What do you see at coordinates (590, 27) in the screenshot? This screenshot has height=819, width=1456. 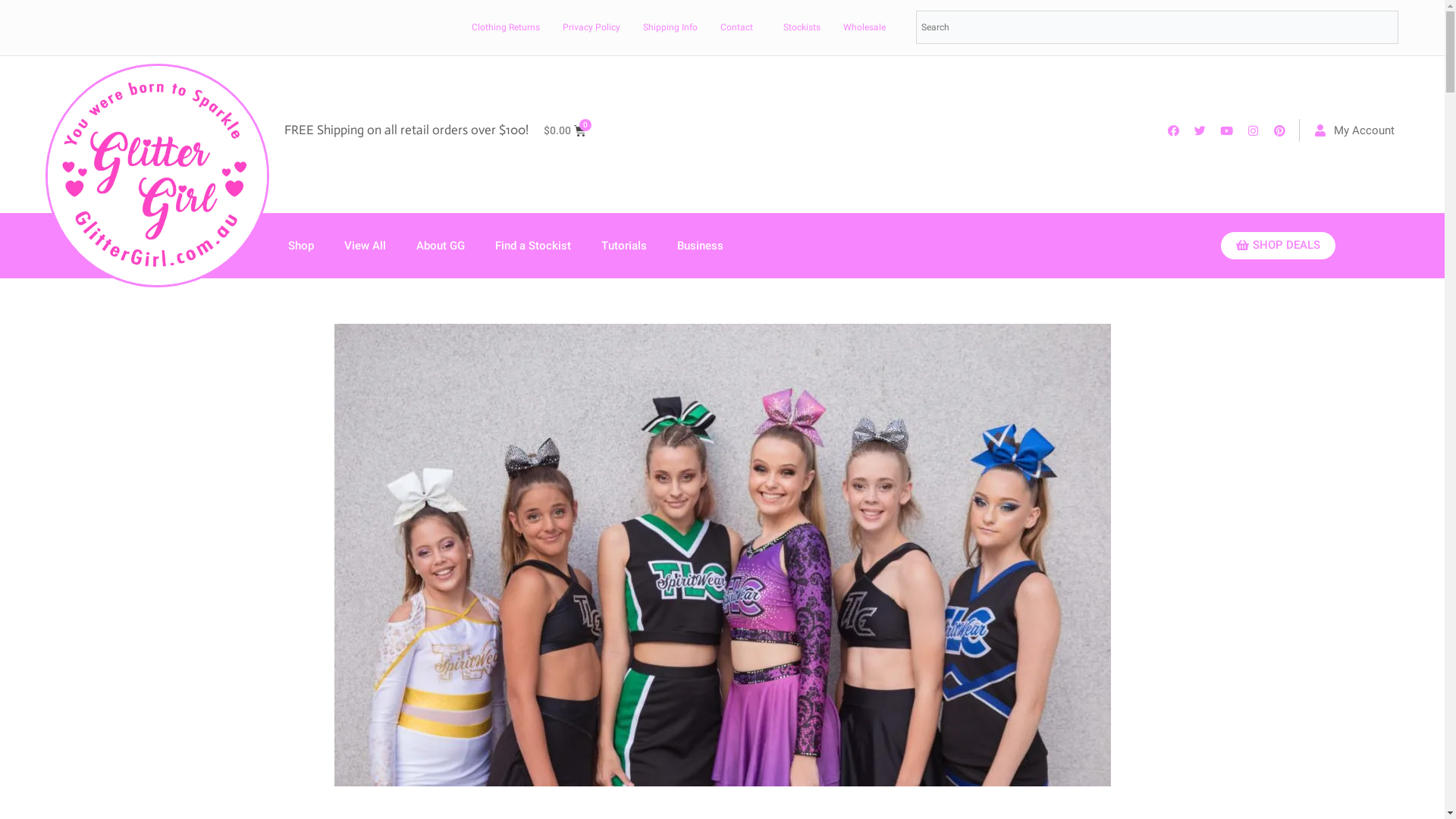 I see `'Privacy Policy'` at bounding box center [590, 27].